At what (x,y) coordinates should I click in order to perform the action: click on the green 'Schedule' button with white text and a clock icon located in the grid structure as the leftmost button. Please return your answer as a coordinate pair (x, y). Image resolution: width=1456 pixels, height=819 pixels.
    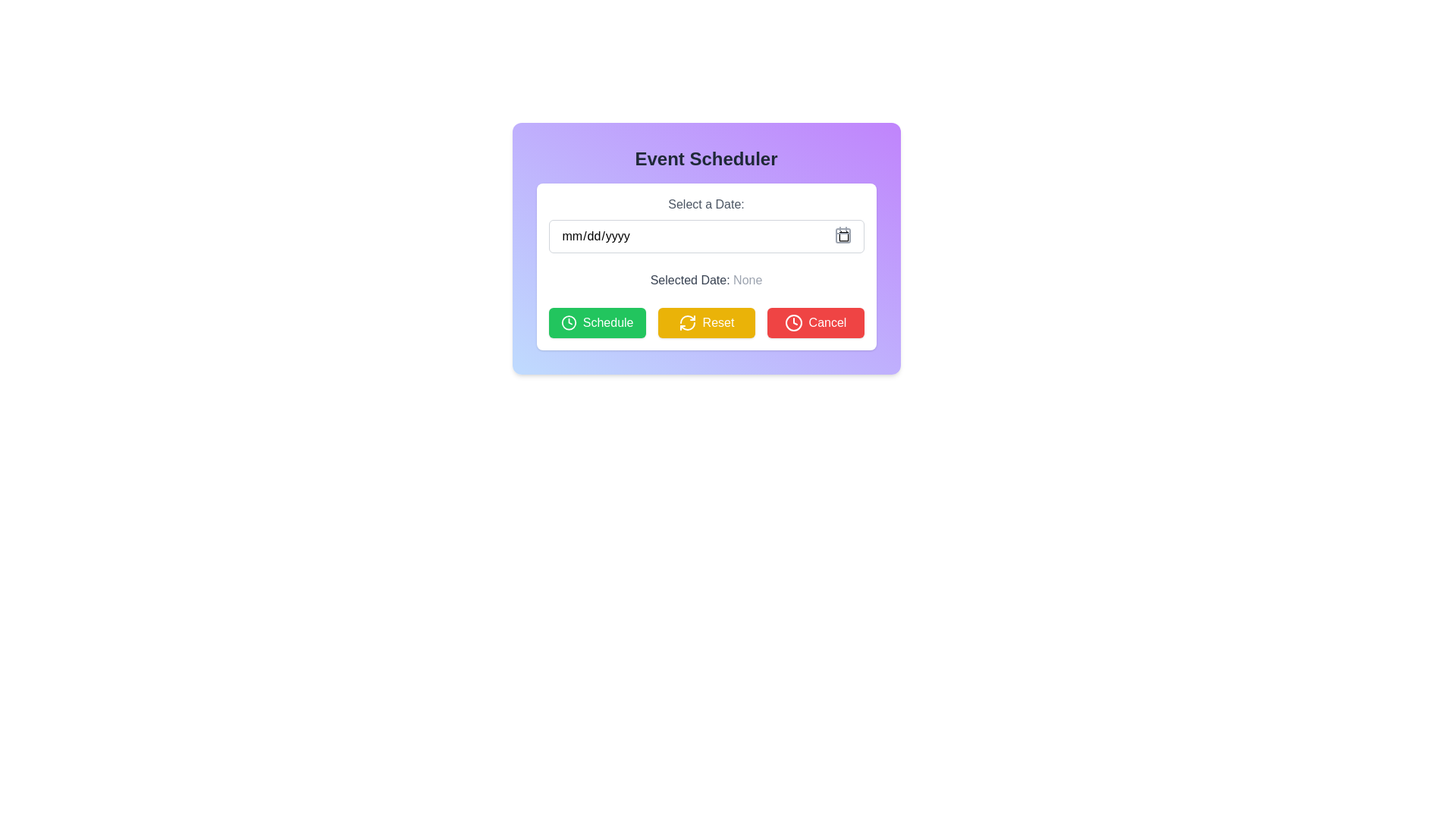
    Looking at the image, I should click on (596, 322).